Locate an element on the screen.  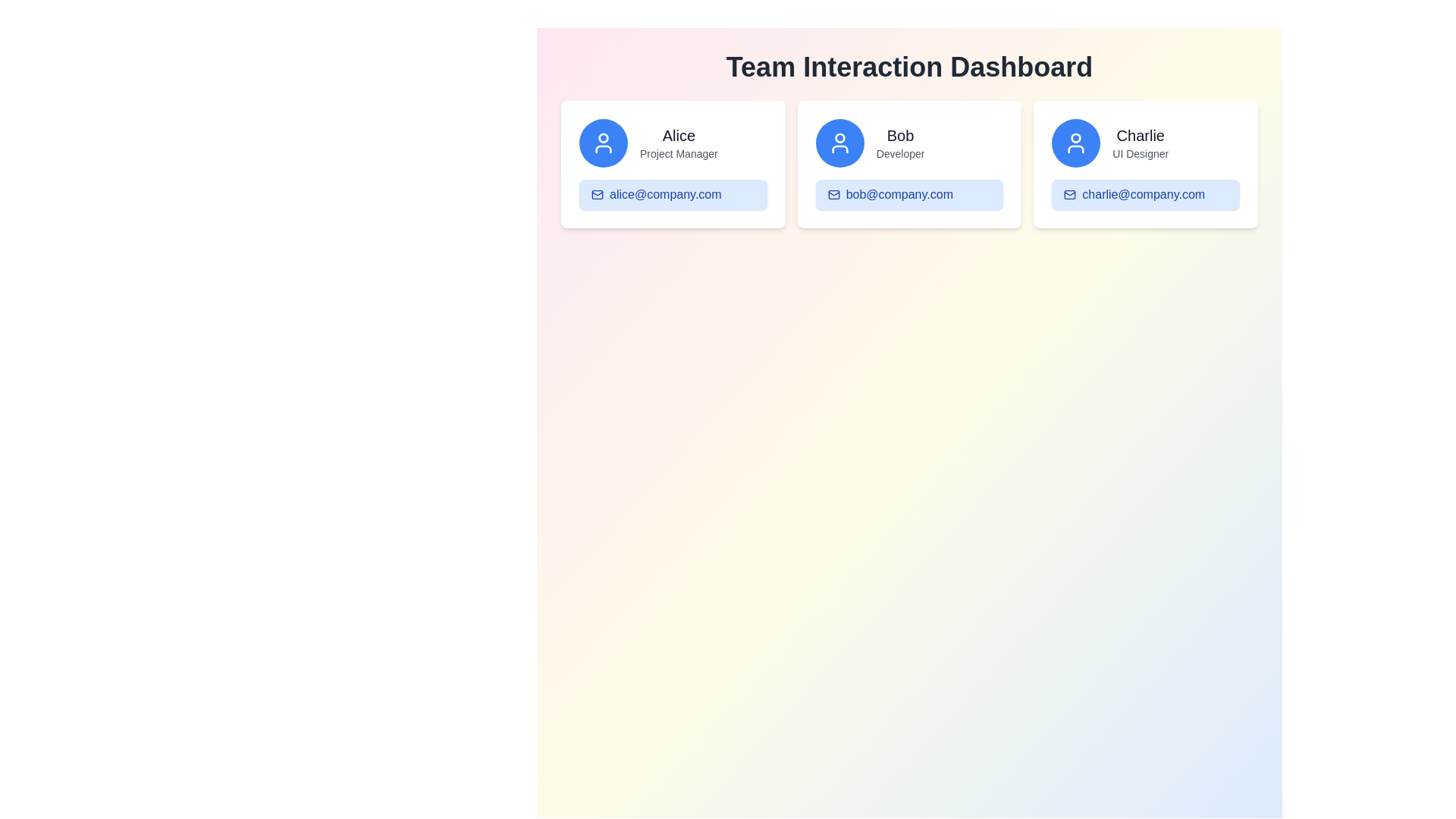
the small circular user profile icon with a blue fill, which is centrally located in the user's avatar representation on the dashboard is located at coordinates (839, 138).